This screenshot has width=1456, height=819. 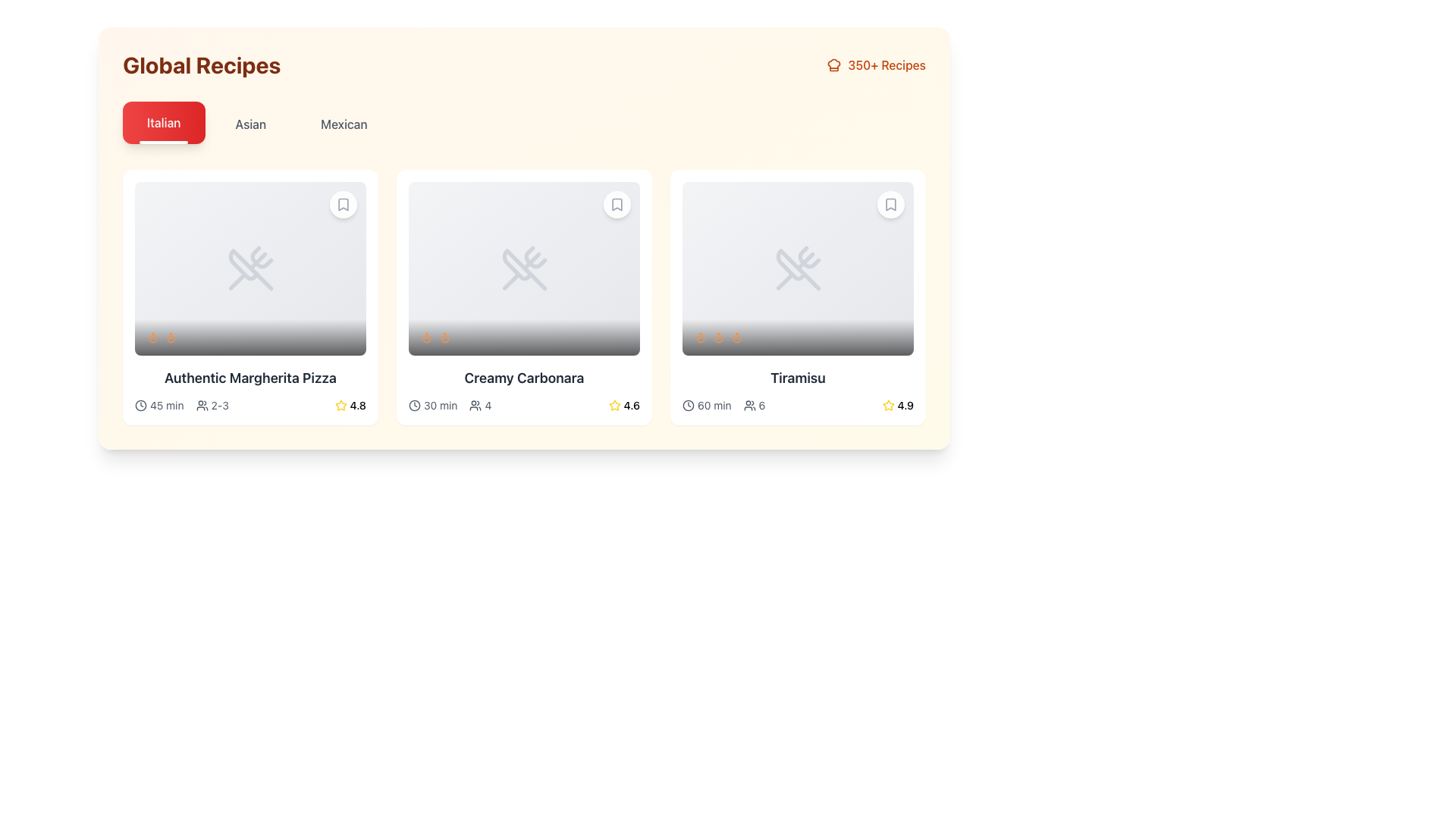 I want to click on the outer circular component of the clock icon located to the left of the text '30 min' in the second recipe card ('Creamy Carbonara'), so click(x=415, y=403).